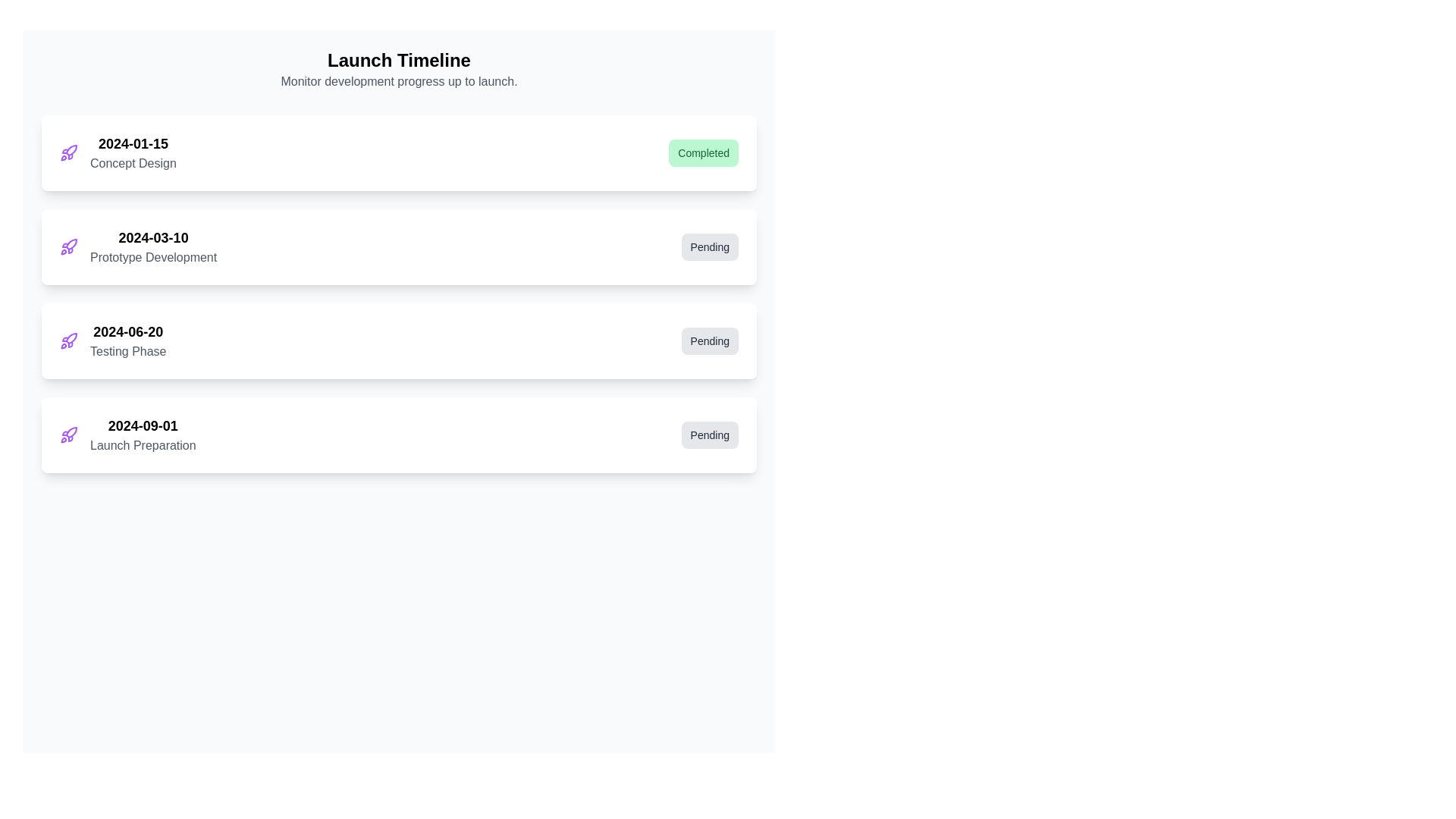  I want to click on the 'Prototype Development' timeline event item, so click(138, 246).